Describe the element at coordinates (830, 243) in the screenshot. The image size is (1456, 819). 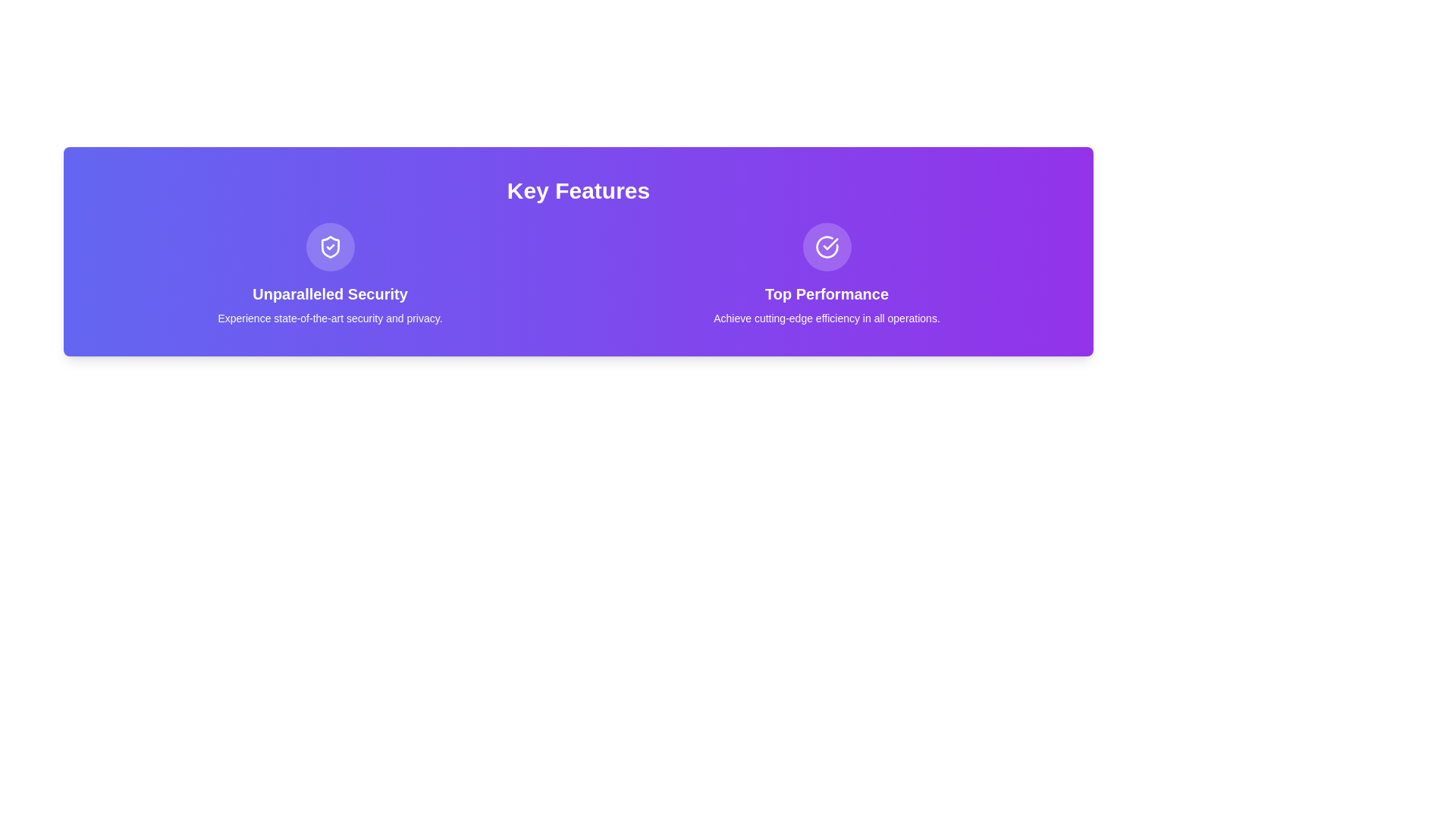
I see `the small checkmark icon within the circular frame in the 'Top Performance' feature card` at that location.